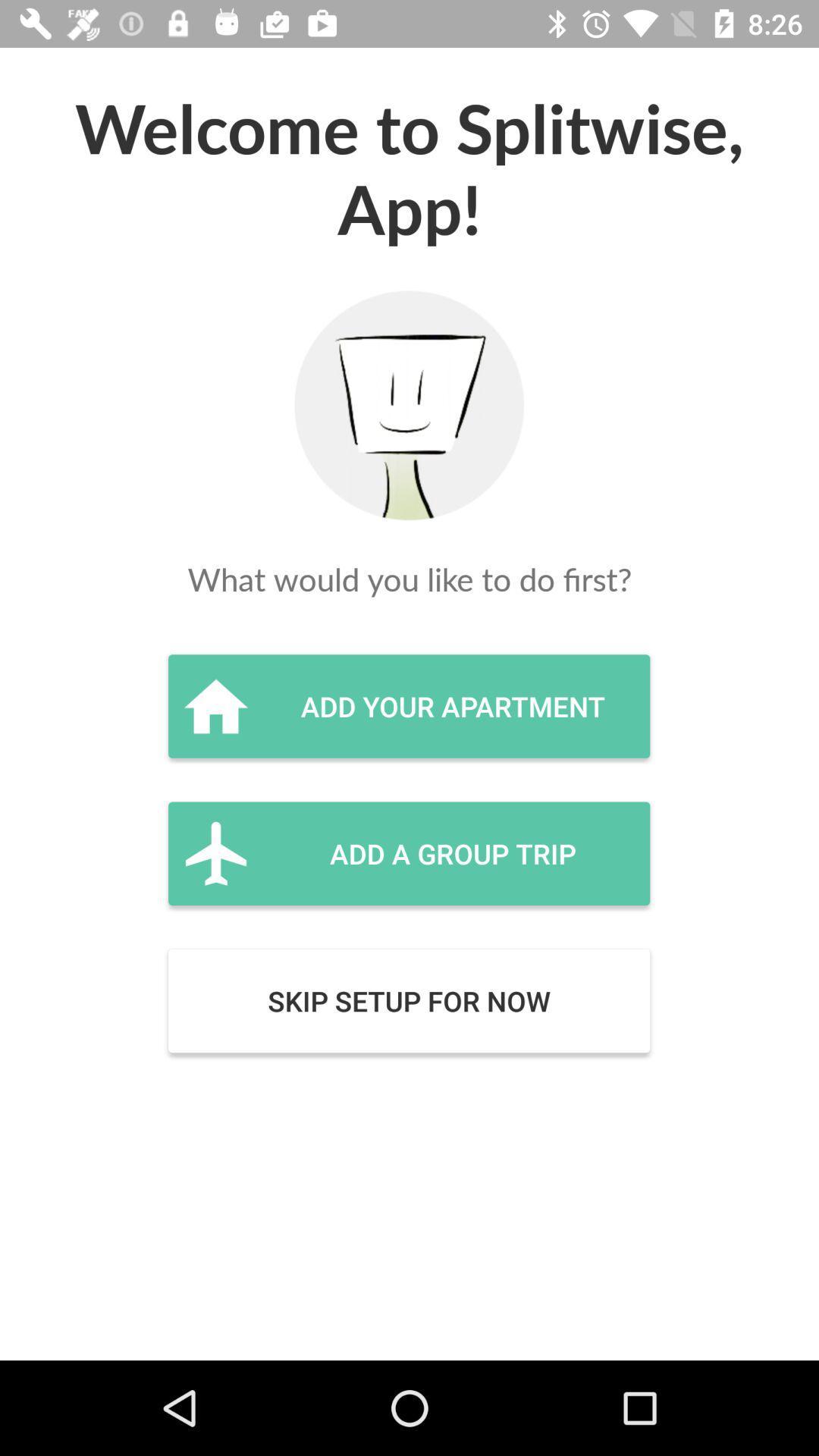 The image size is (819, 1456). What do you see at coordinates (408, 853) in the screenshot?
I see `icon above the skip setup for icon` at bounding box center [408, 853].